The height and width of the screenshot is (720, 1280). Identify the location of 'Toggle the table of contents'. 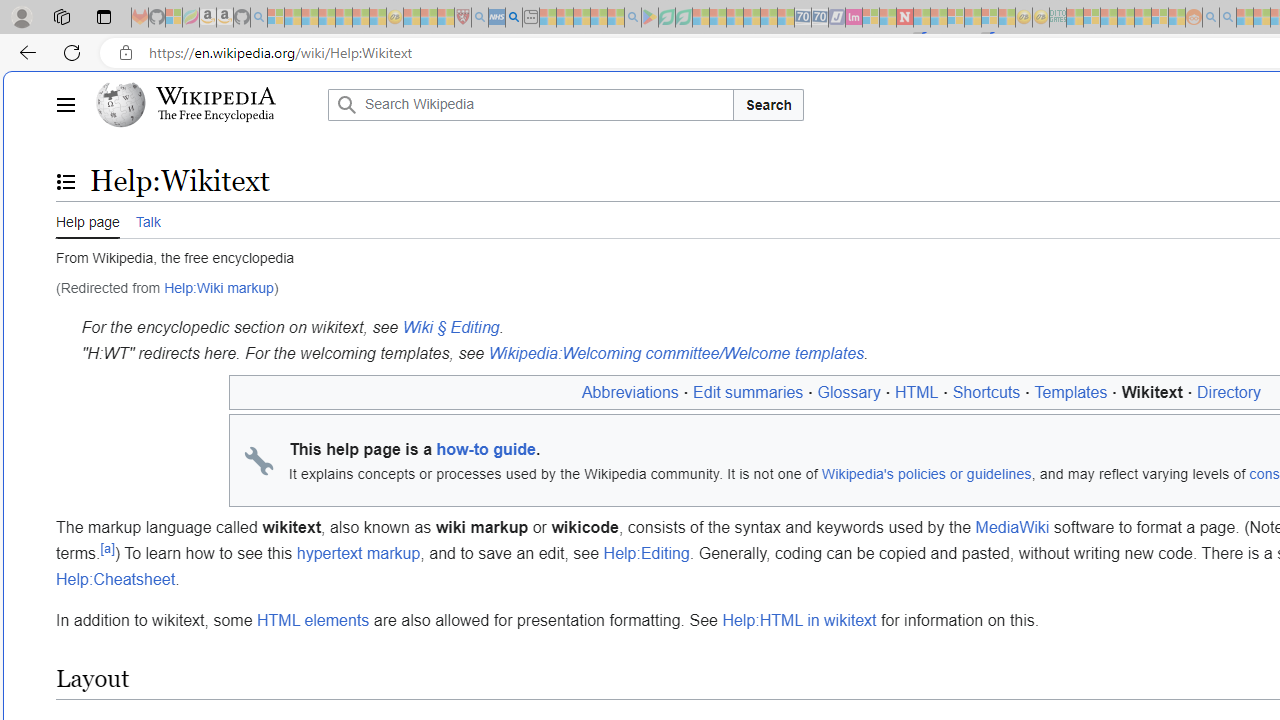
(65, 181).